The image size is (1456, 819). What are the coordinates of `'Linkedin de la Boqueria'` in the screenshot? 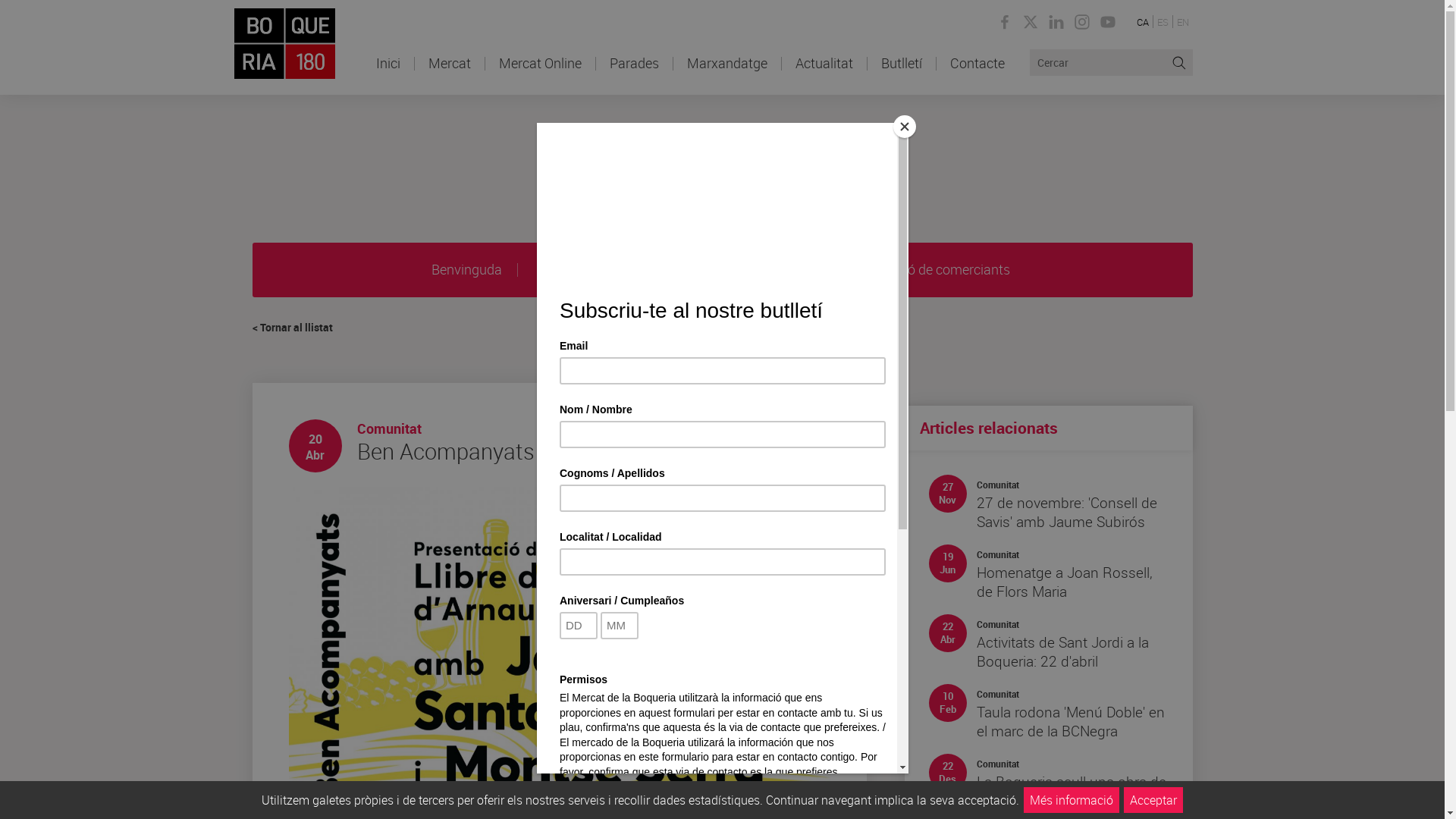 It's located at (1055, 24).